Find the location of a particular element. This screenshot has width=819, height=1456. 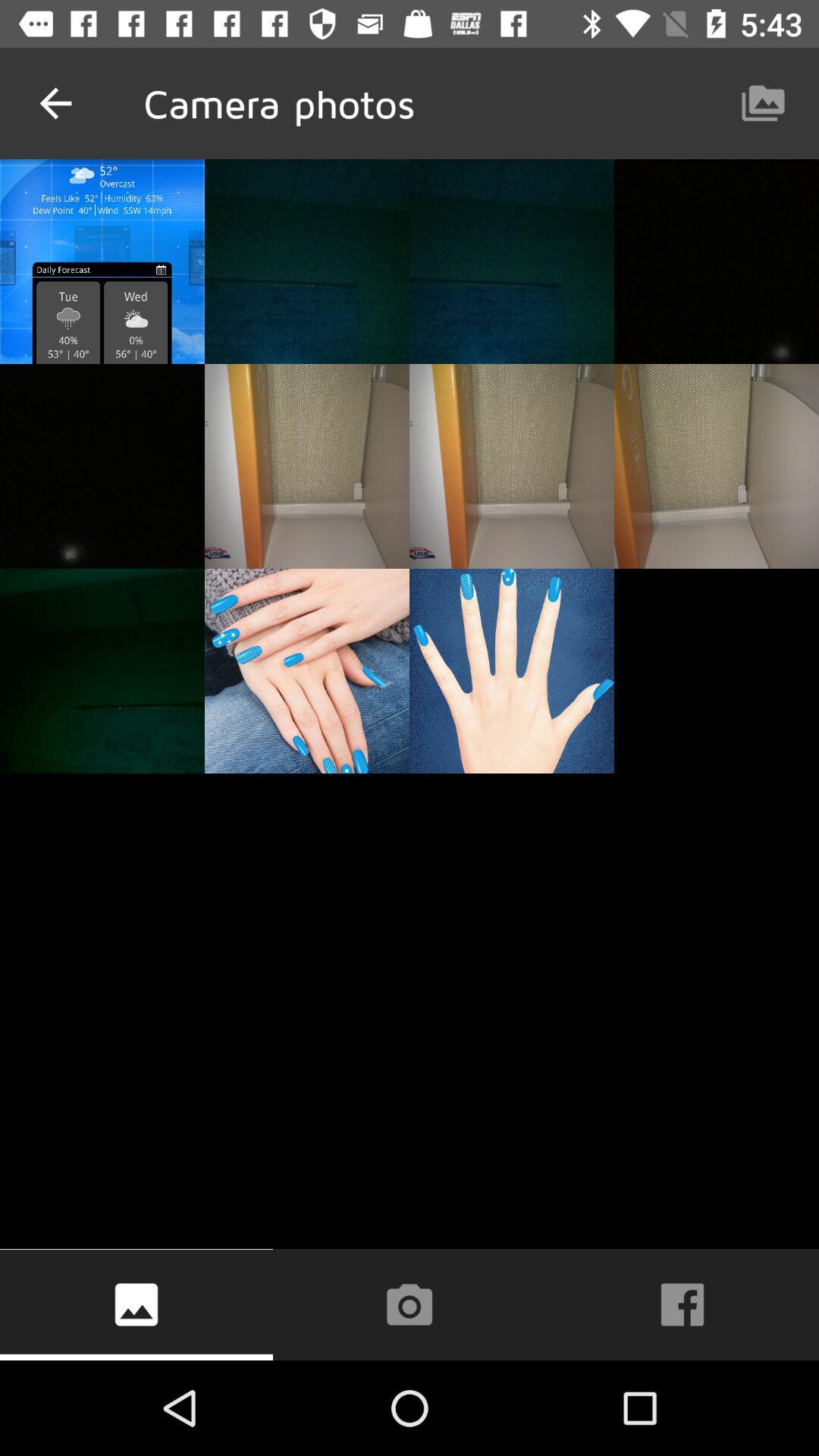

the wallpaper icon is located at coordinates (136, 1304).